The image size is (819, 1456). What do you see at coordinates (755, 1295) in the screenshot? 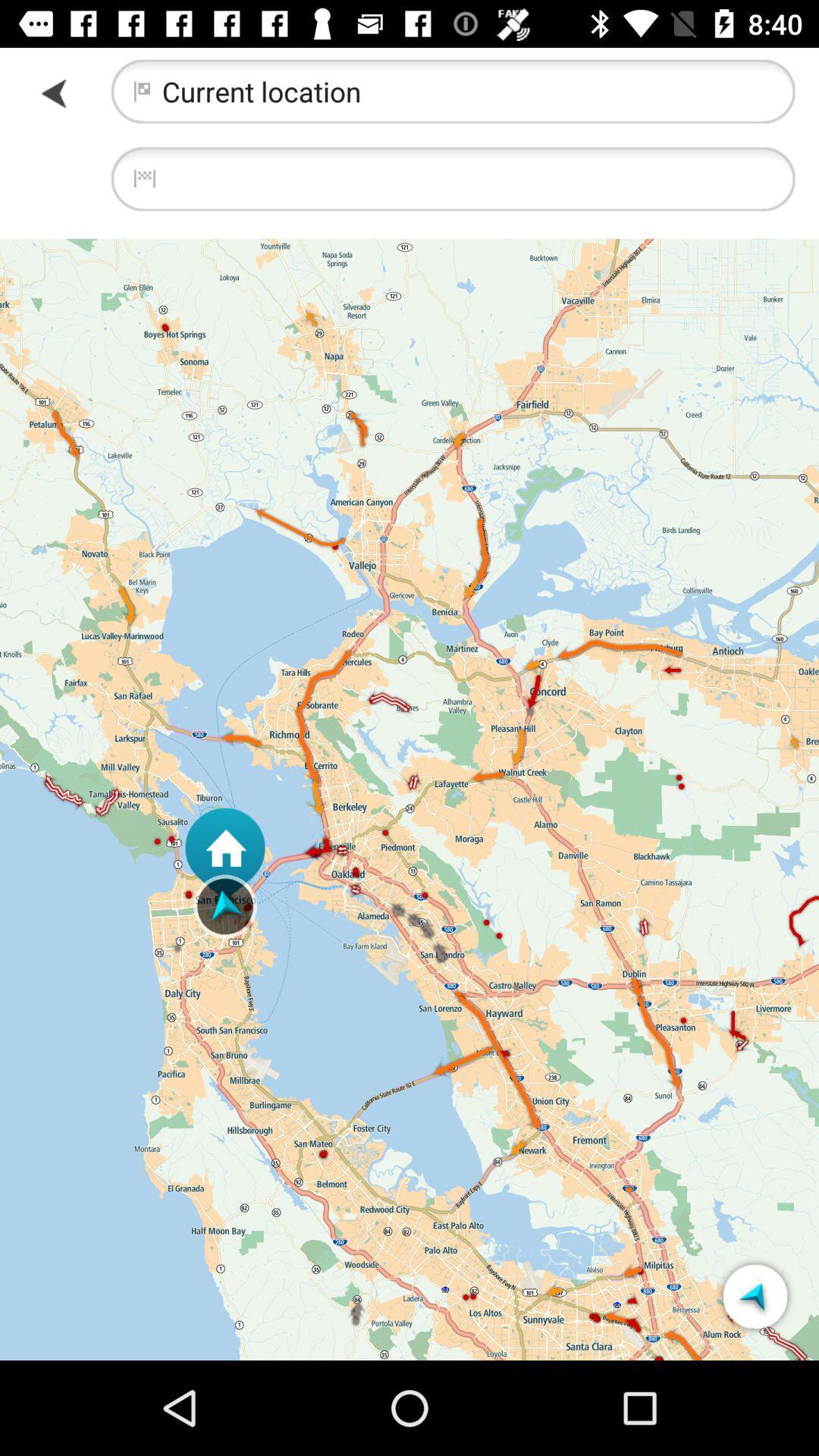
I see `get directions` at bounding box center [755, 1295].